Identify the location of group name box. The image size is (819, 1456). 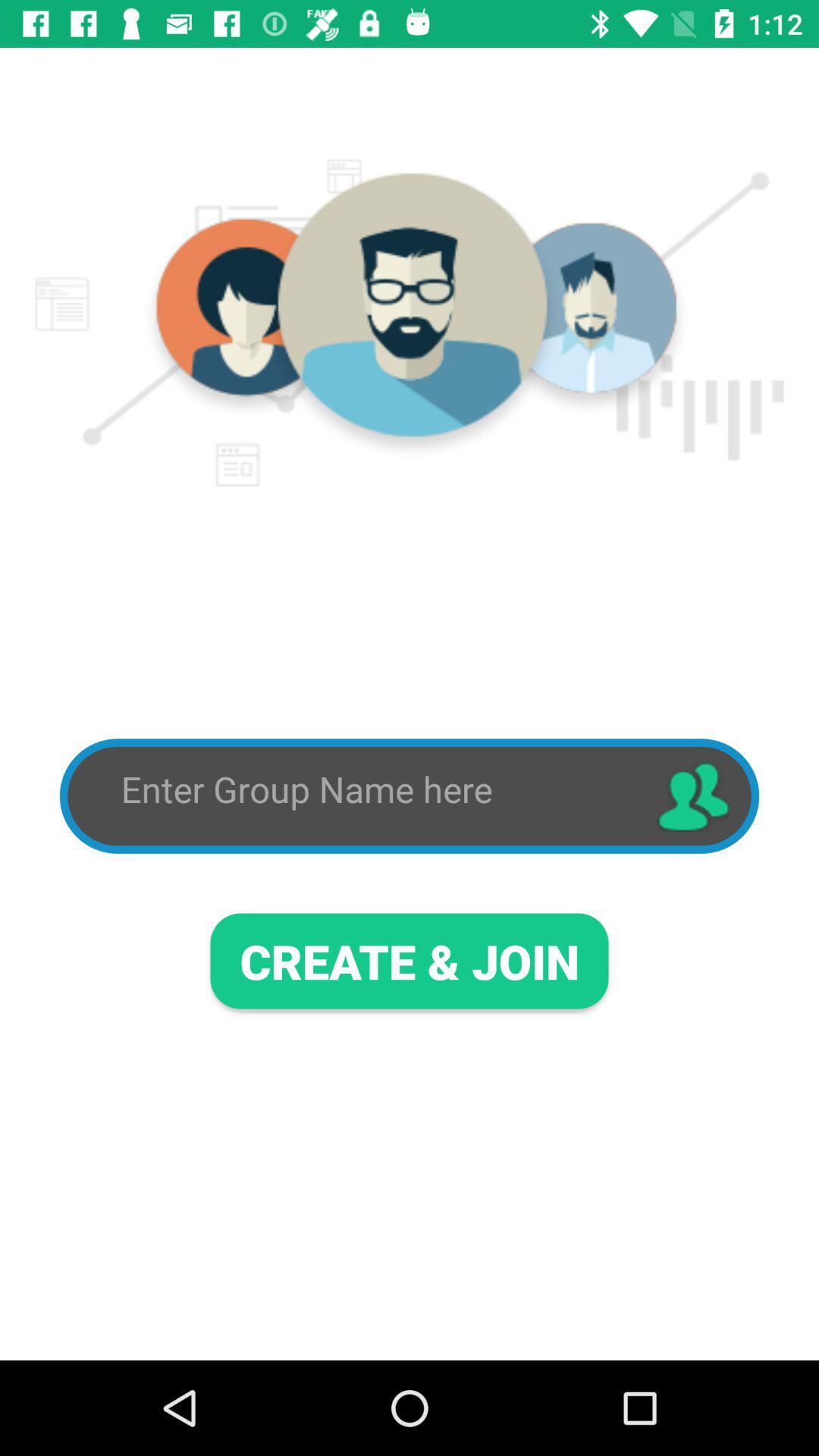
(375, 789).